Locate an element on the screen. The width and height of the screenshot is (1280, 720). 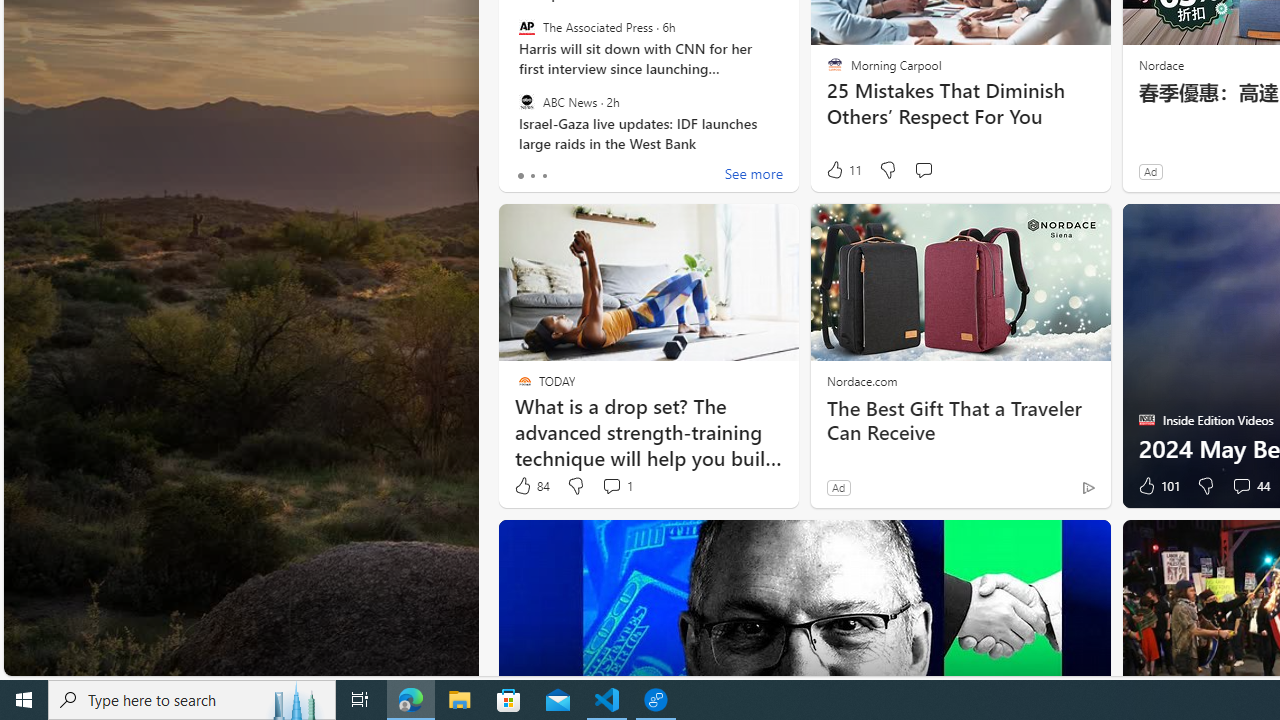
'ABC News' is located at coordinates (526, 101).